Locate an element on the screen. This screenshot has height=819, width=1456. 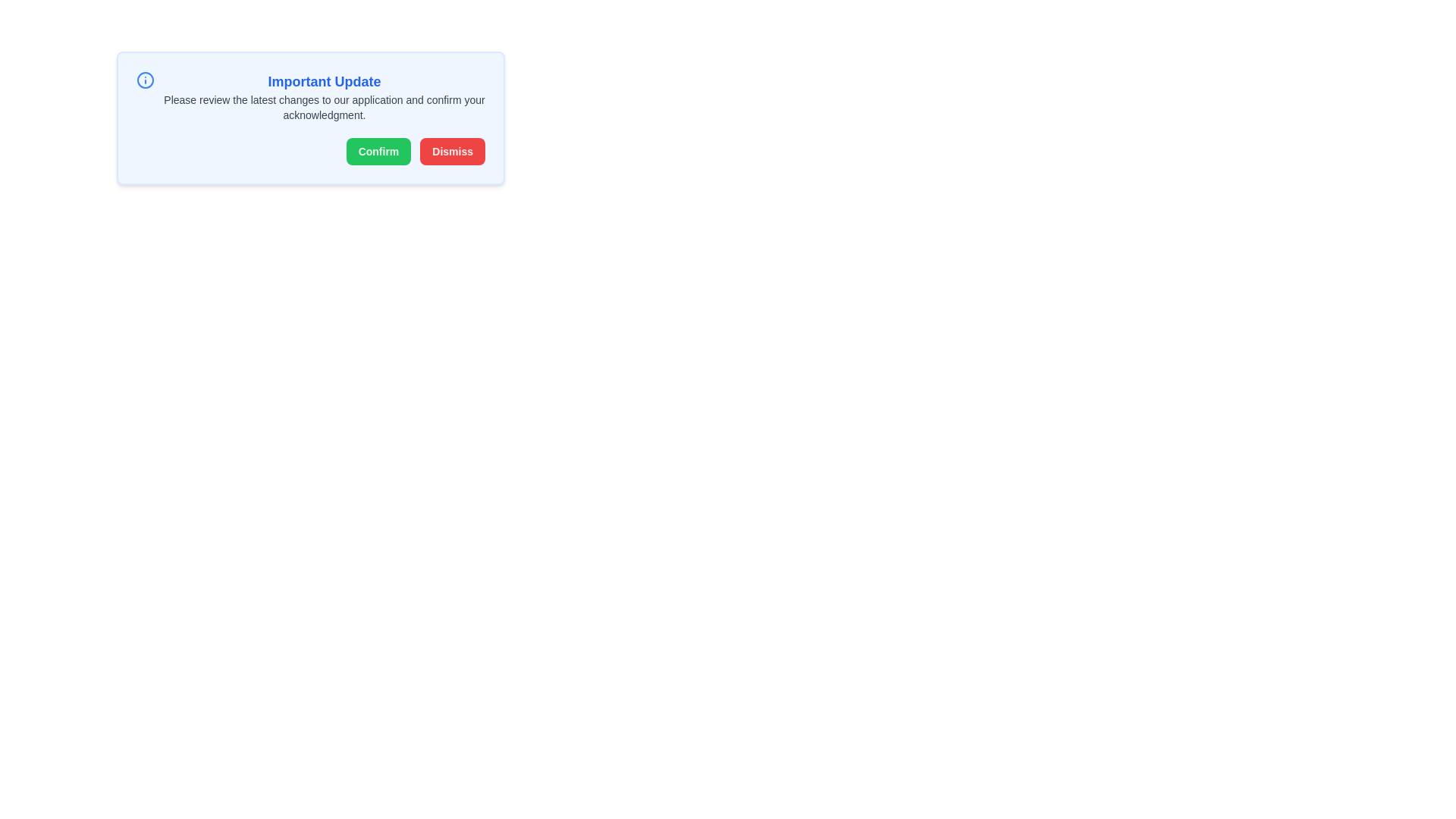
the left button that confirms acknowledgment or agreement within the notification message section is located at coordinates (378, 152).